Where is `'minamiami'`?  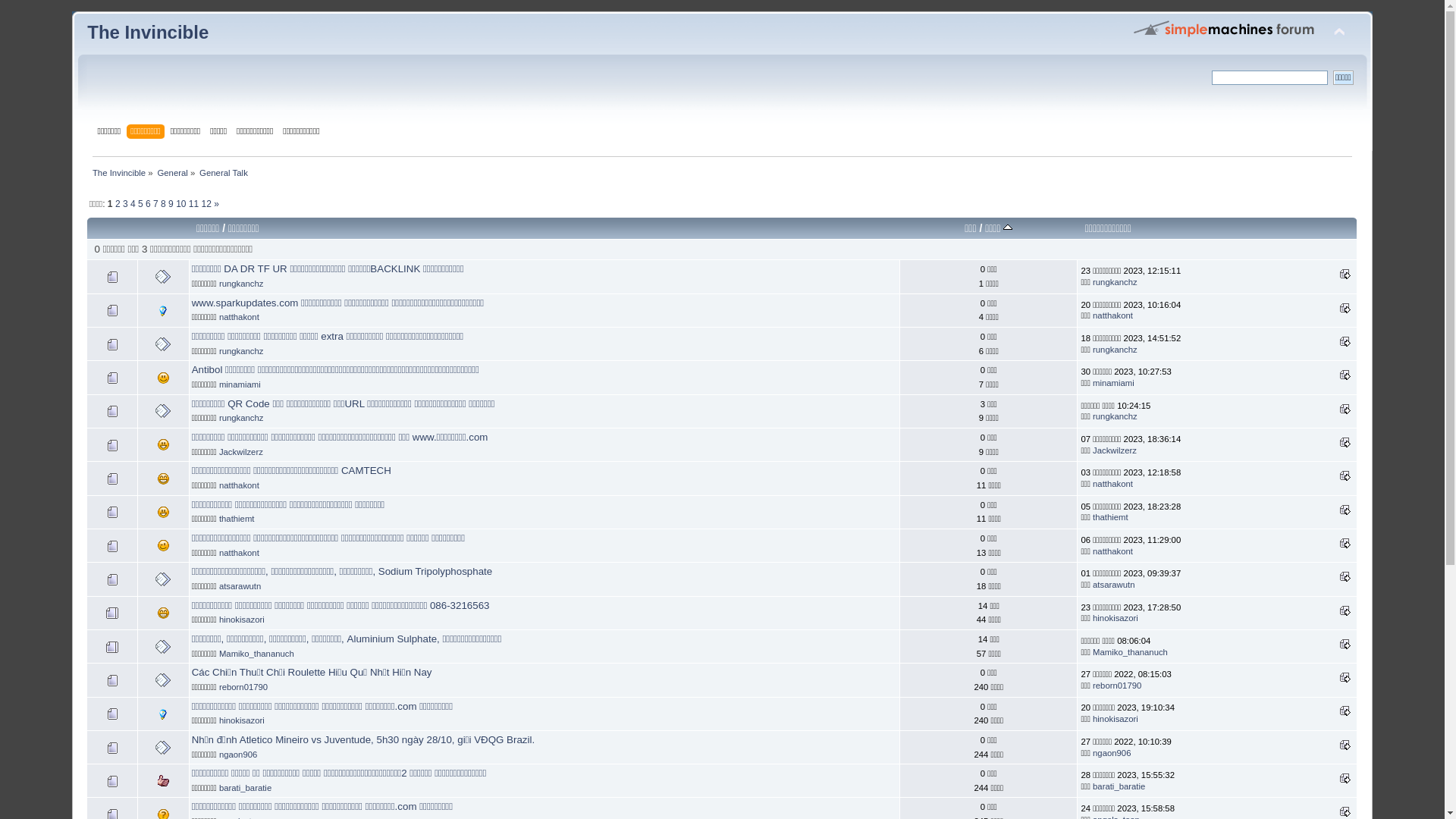 'minamiami' is located at coordinates (239, 383).